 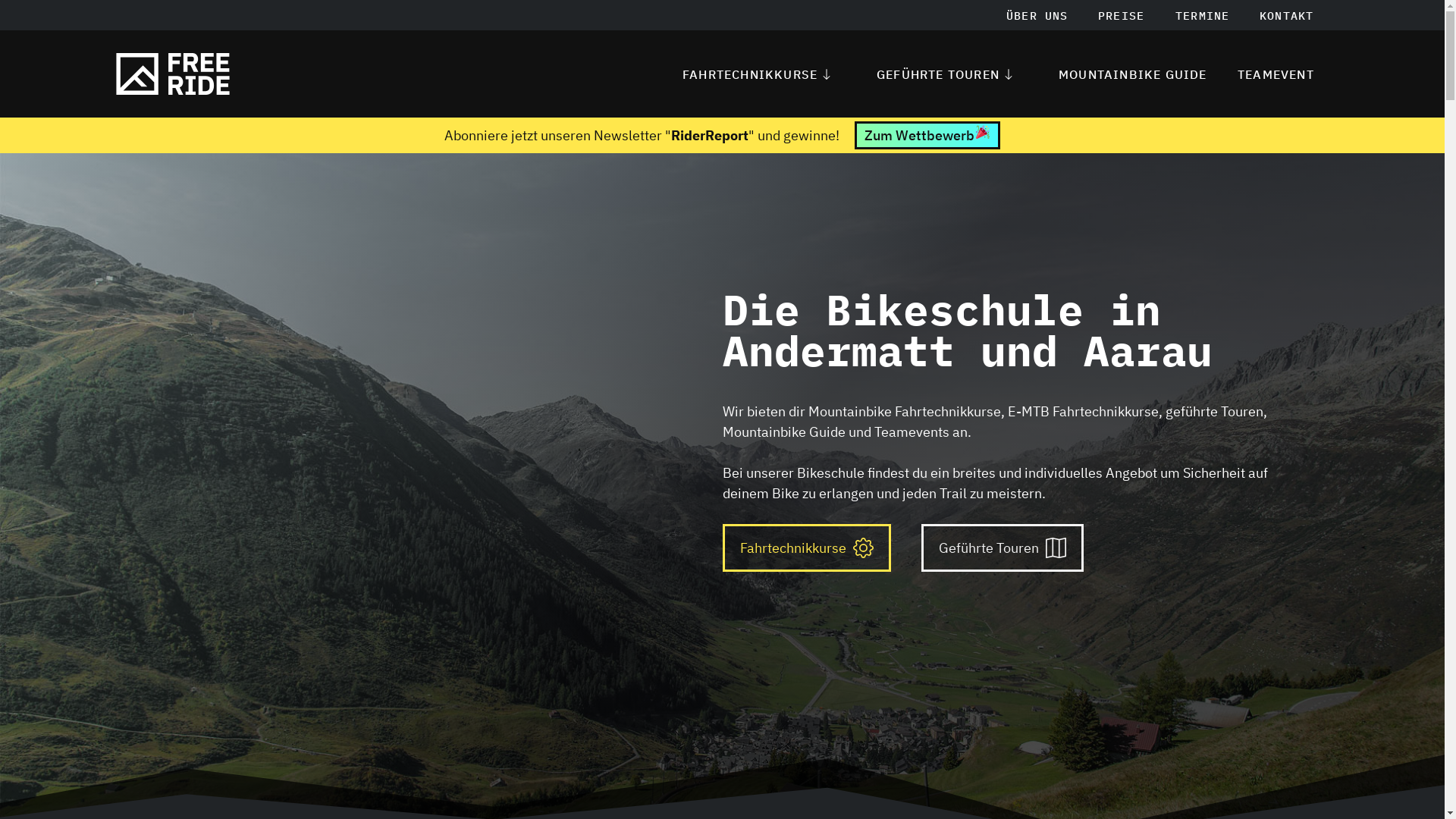 What do you see at coordinates (720, 548) in the screenshot?
I see `'Fahrtechnikkurse'` at bounding box center [720, 548].